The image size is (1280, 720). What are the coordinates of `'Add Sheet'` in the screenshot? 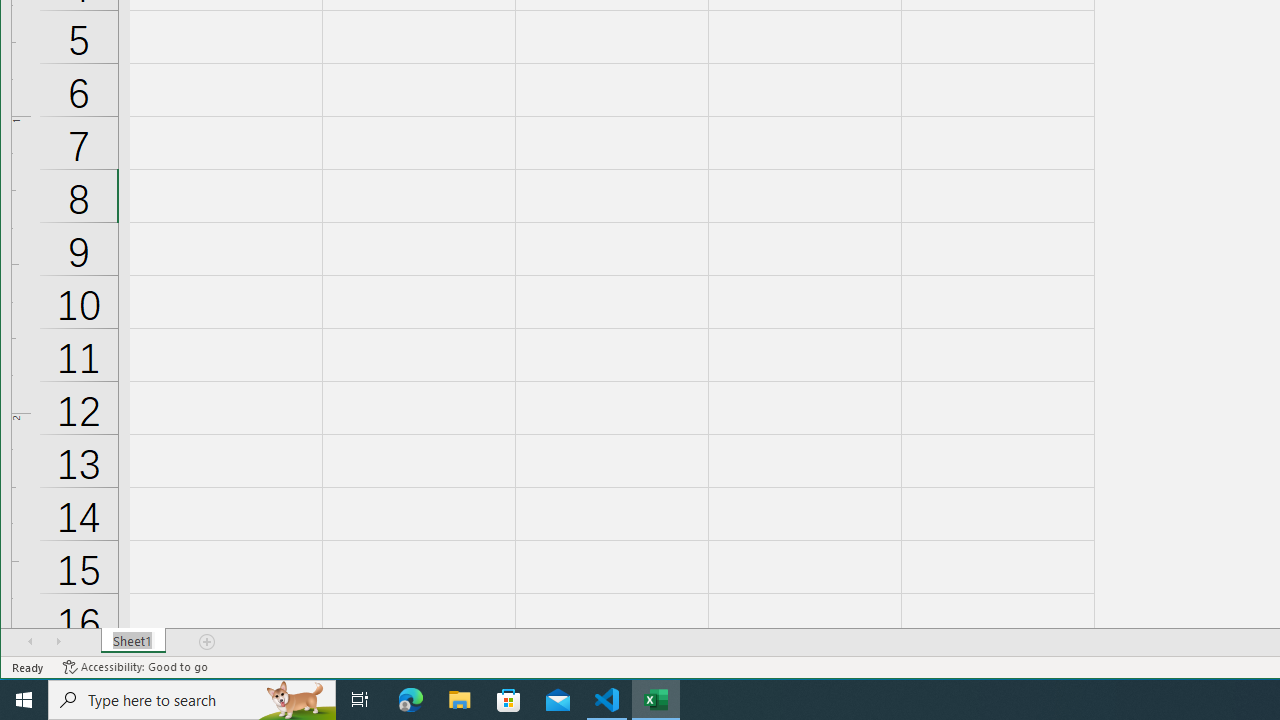 It's located at (208, 641).